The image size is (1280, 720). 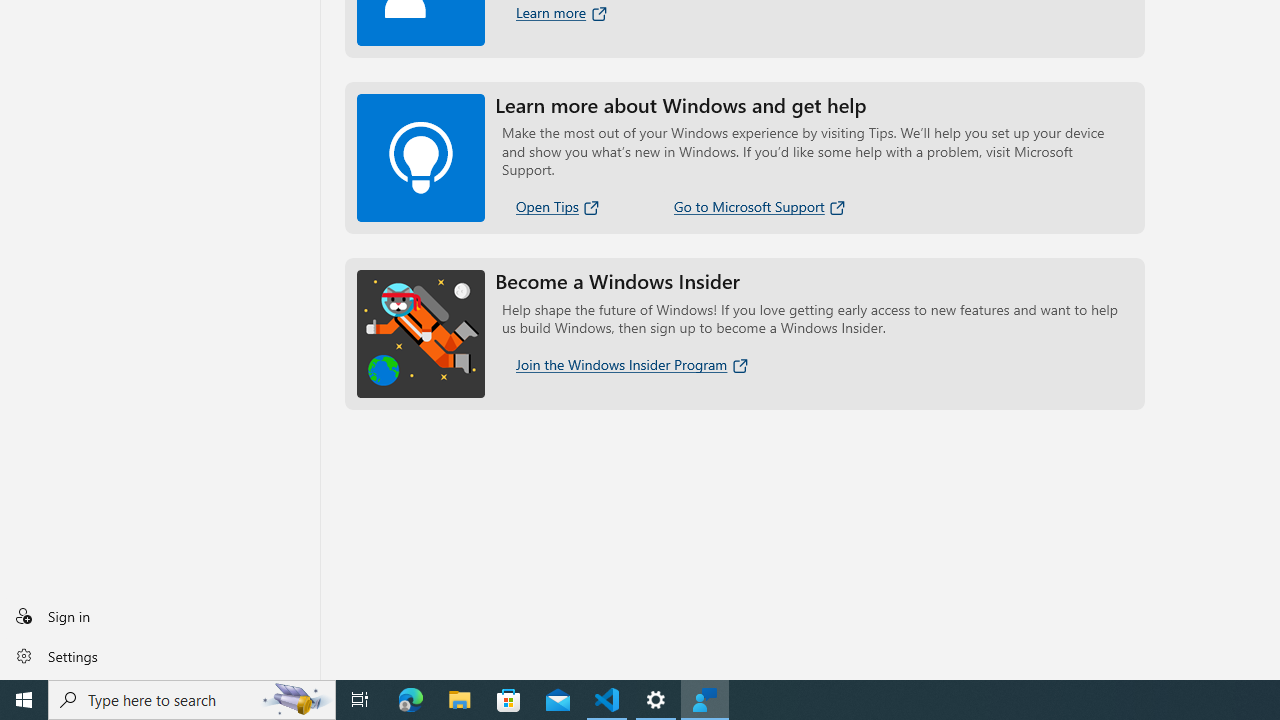 I want to click on 'Settings', so click(x=160, y=655).